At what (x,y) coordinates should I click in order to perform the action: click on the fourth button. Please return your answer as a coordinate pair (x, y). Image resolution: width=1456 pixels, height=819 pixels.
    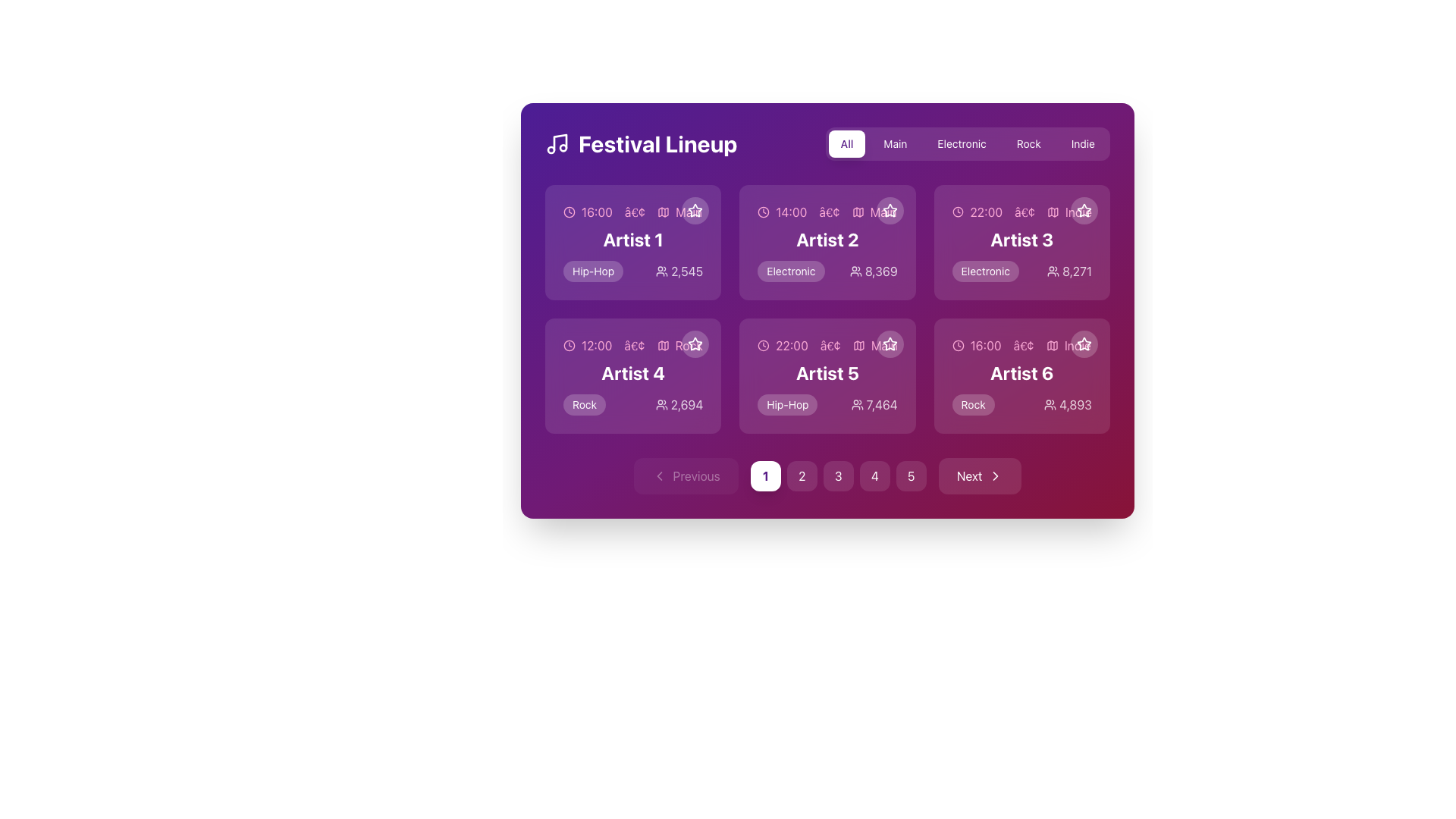
    Looking at the image, I should click on (874, 475).